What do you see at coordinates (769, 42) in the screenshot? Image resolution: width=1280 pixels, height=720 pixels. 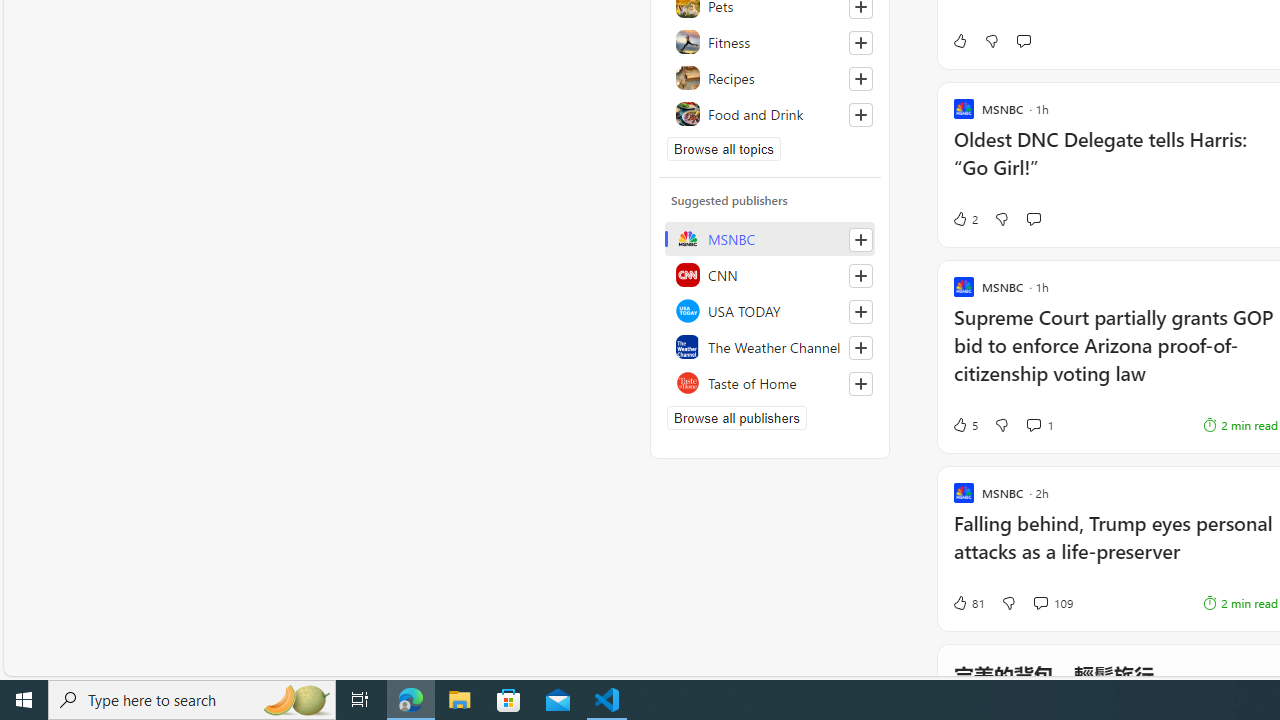 I see `'Fitness'` at bounding box center [769, 42].